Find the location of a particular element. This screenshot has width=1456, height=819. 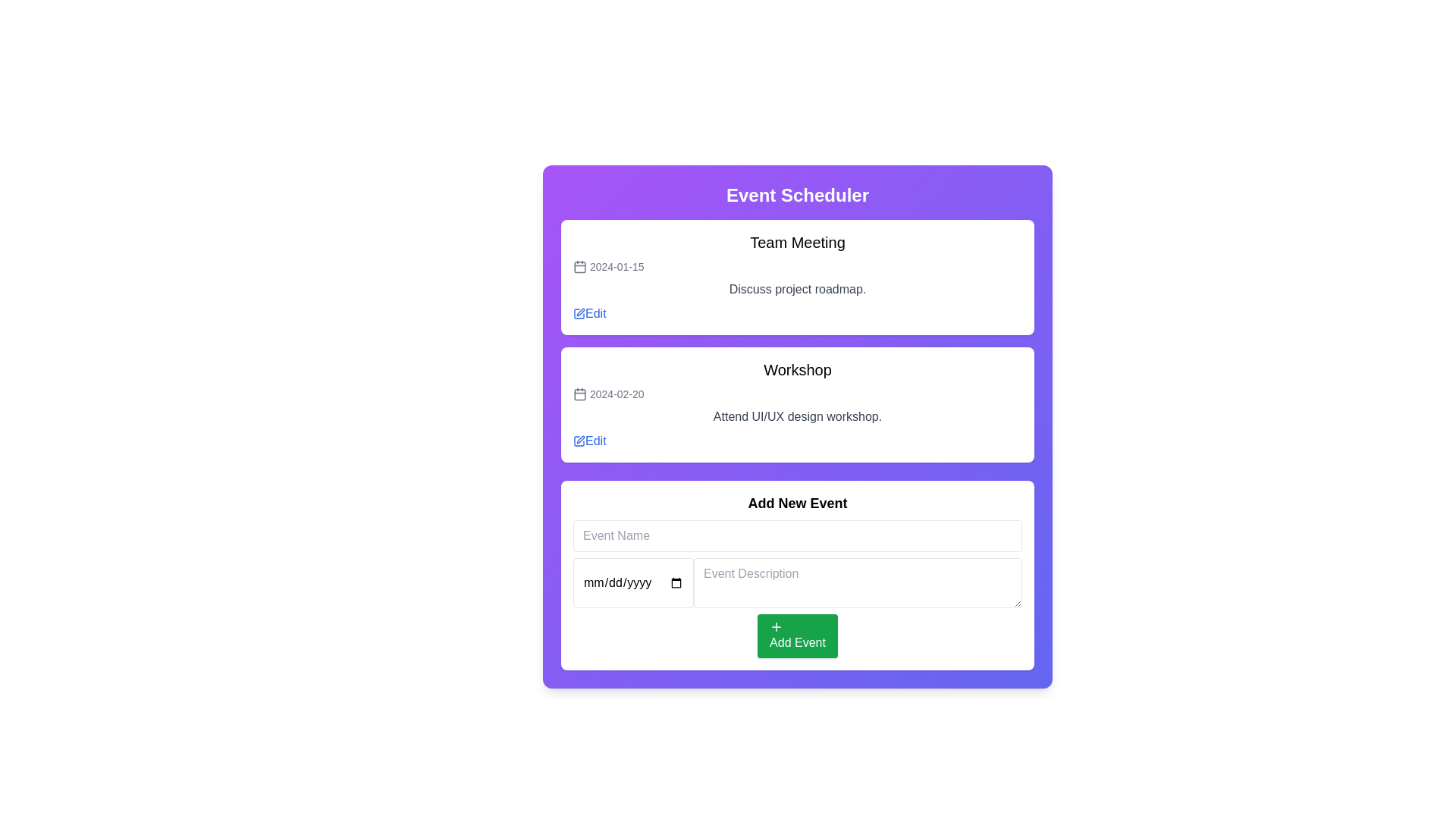

the icon associated with the event date '2024-01-15' in the first event block labeled 'Team Meeting' is located at coordinates (579, 265).